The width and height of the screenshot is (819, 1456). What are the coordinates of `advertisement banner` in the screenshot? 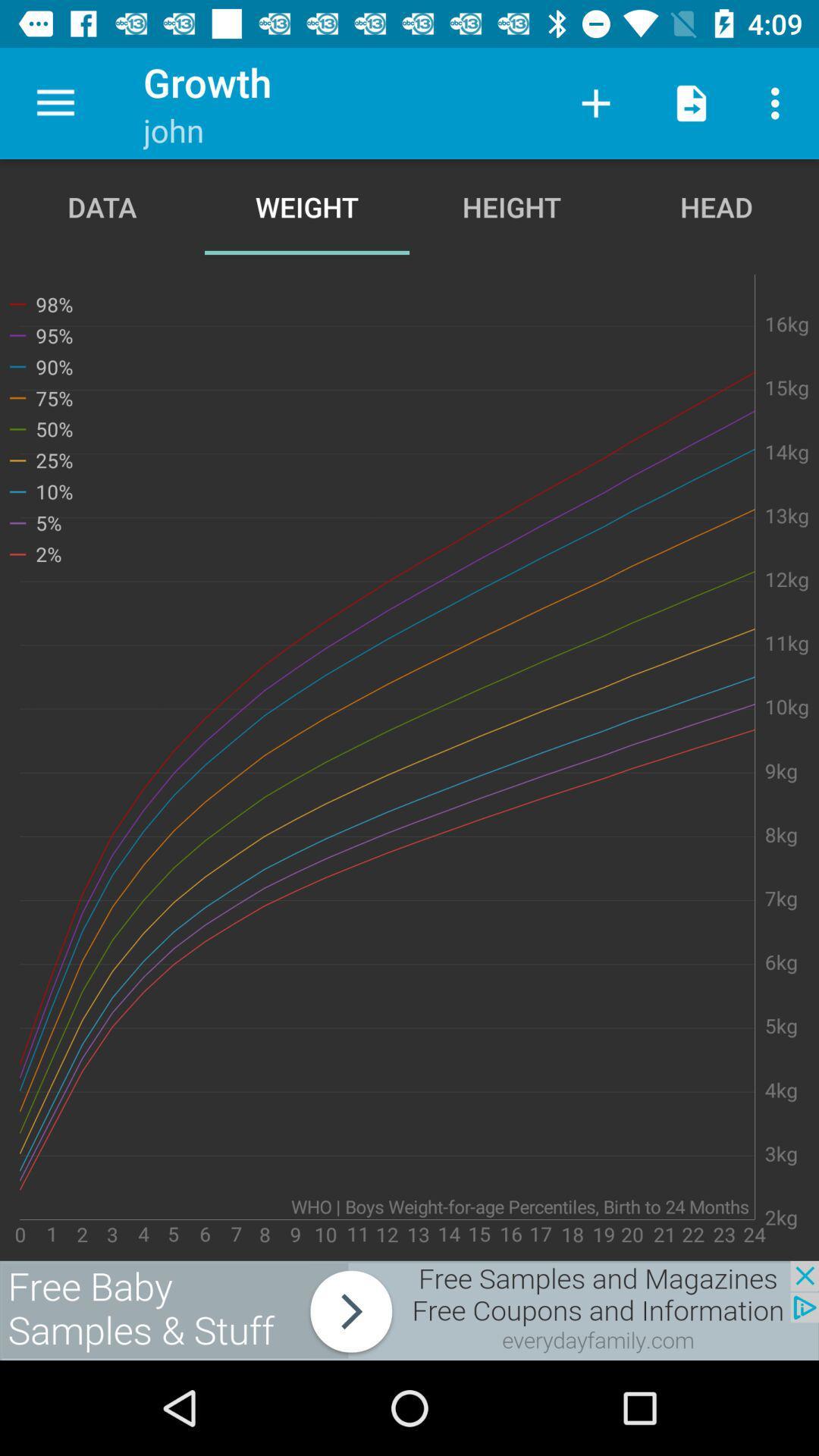 It's located at (409, 1310).